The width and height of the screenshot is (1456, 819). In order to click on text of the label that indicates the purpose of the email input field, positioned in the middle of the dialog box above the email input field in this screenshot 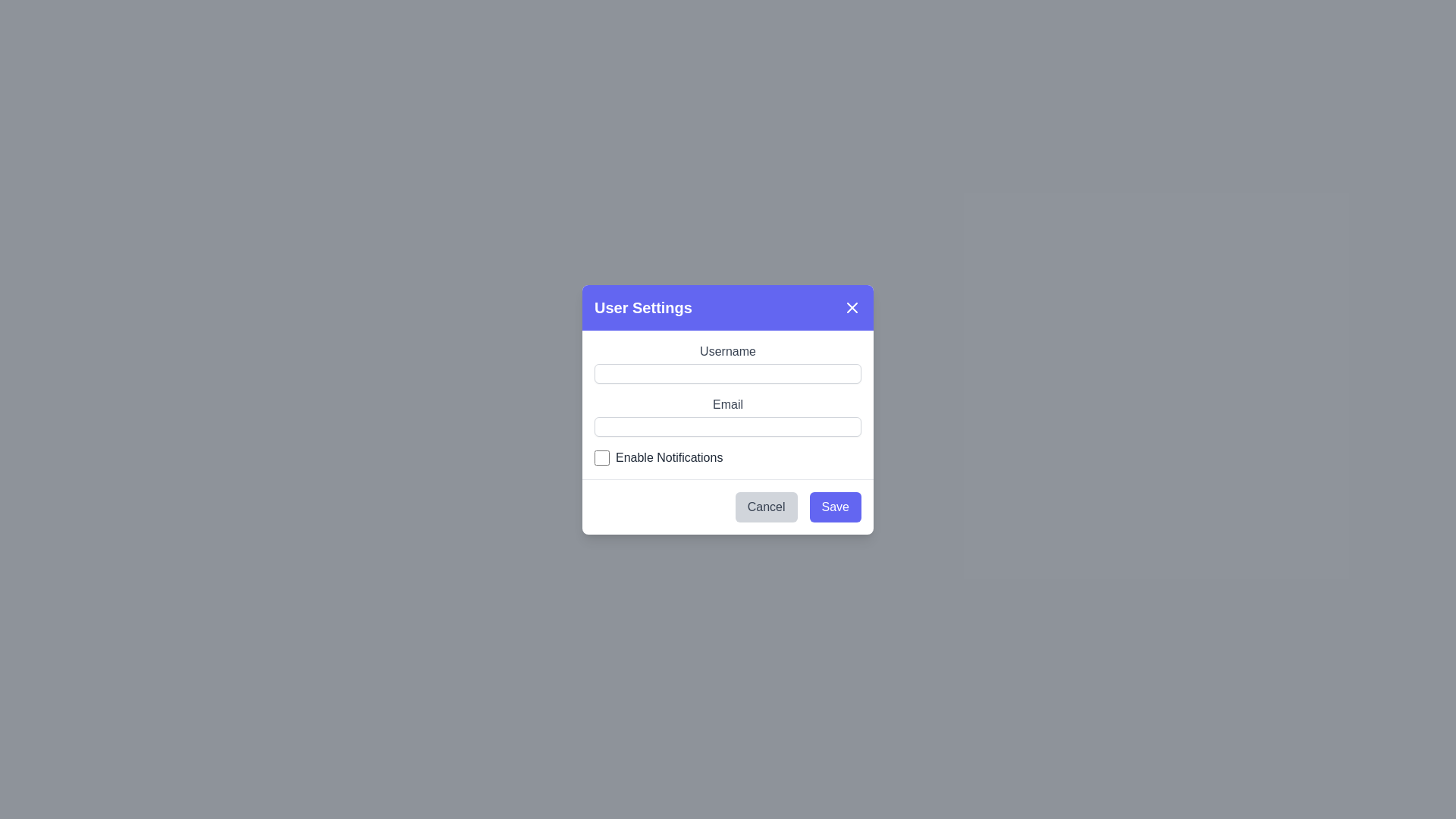, I will do `click(728, 403)`.